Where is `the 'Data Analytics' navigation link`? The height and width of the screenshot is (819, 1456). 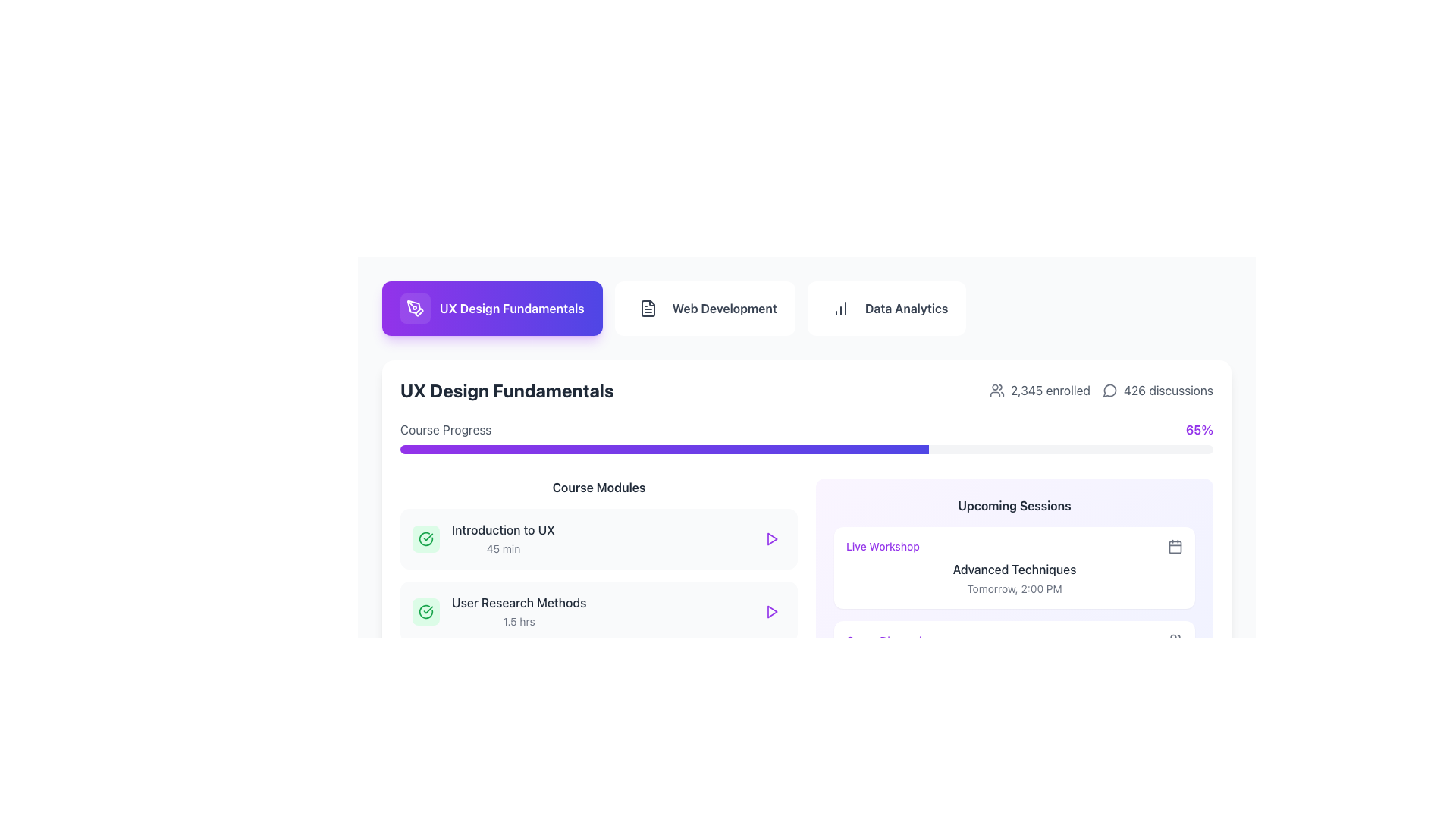
the 'Data Analytics' navigation link is located at coordinates (906, 308).